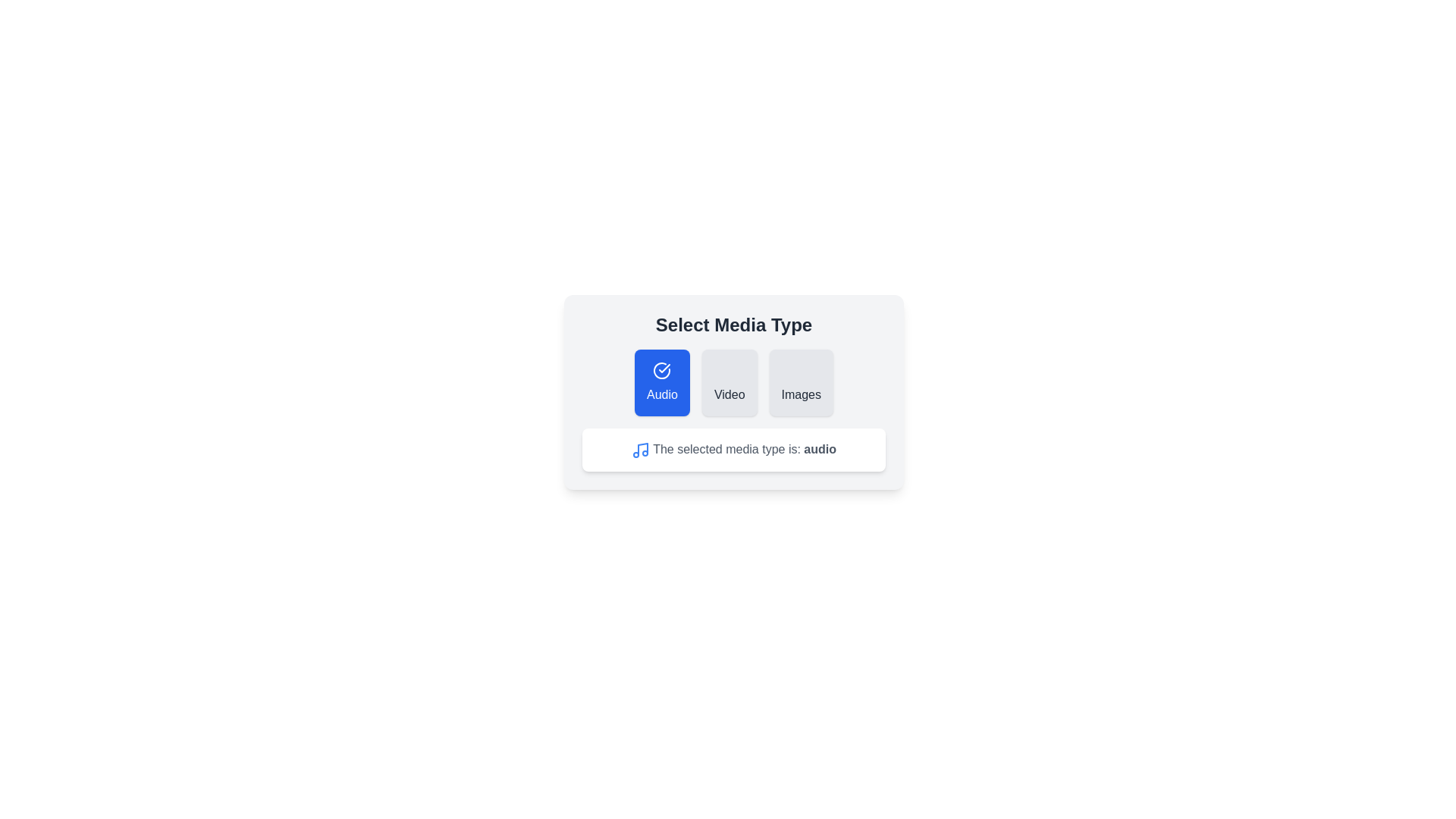 The image size is (1456, 819). What do you see at coordinates (734, 449) in the screenshot?
I see `the informational text display that indicates the selected media type, which states 'The selected media type is: audio' and is accompanied by a blue music note icon` at bounding box center [734, 449].